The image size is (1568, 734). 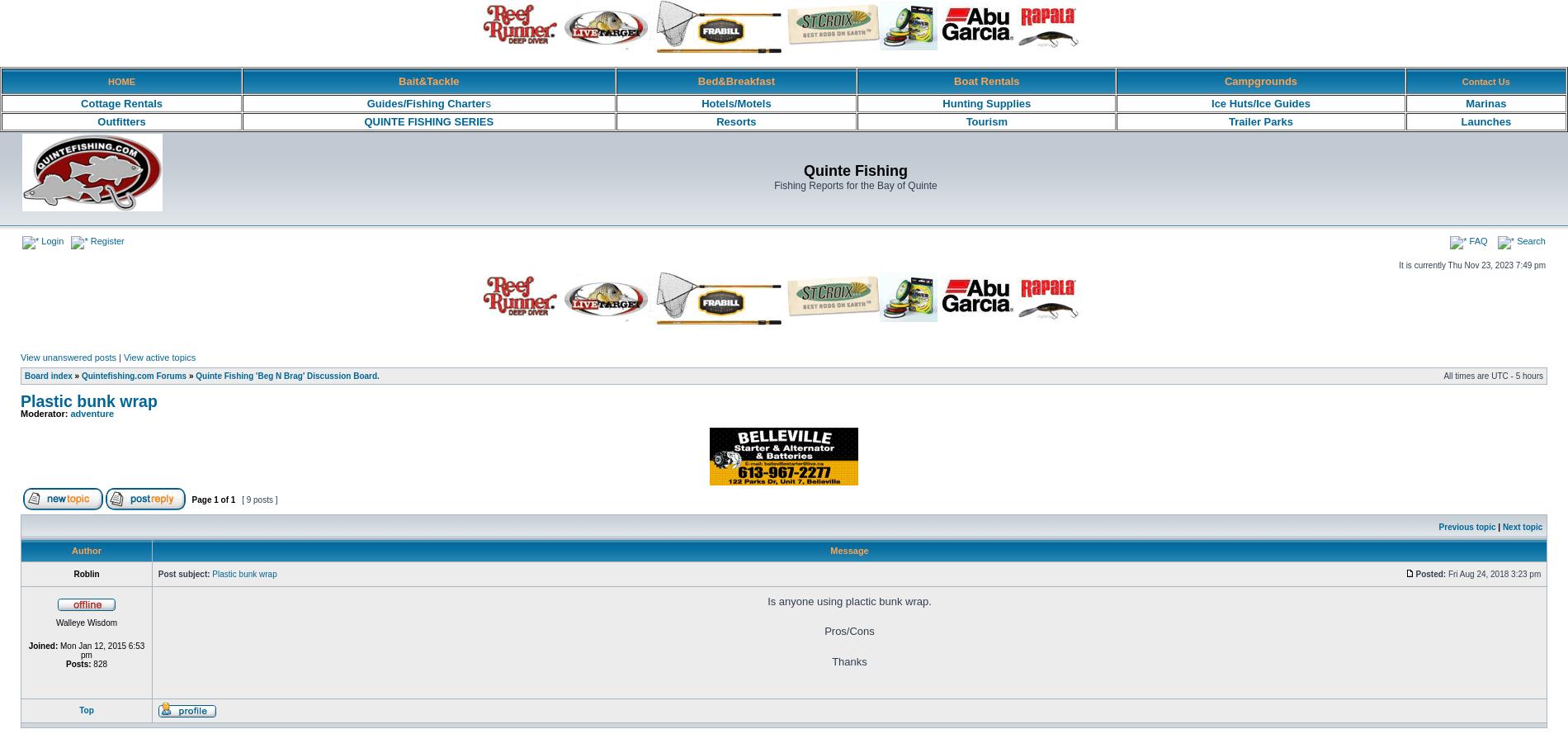 I want to click on 'Top', so click(x=86, y=709).